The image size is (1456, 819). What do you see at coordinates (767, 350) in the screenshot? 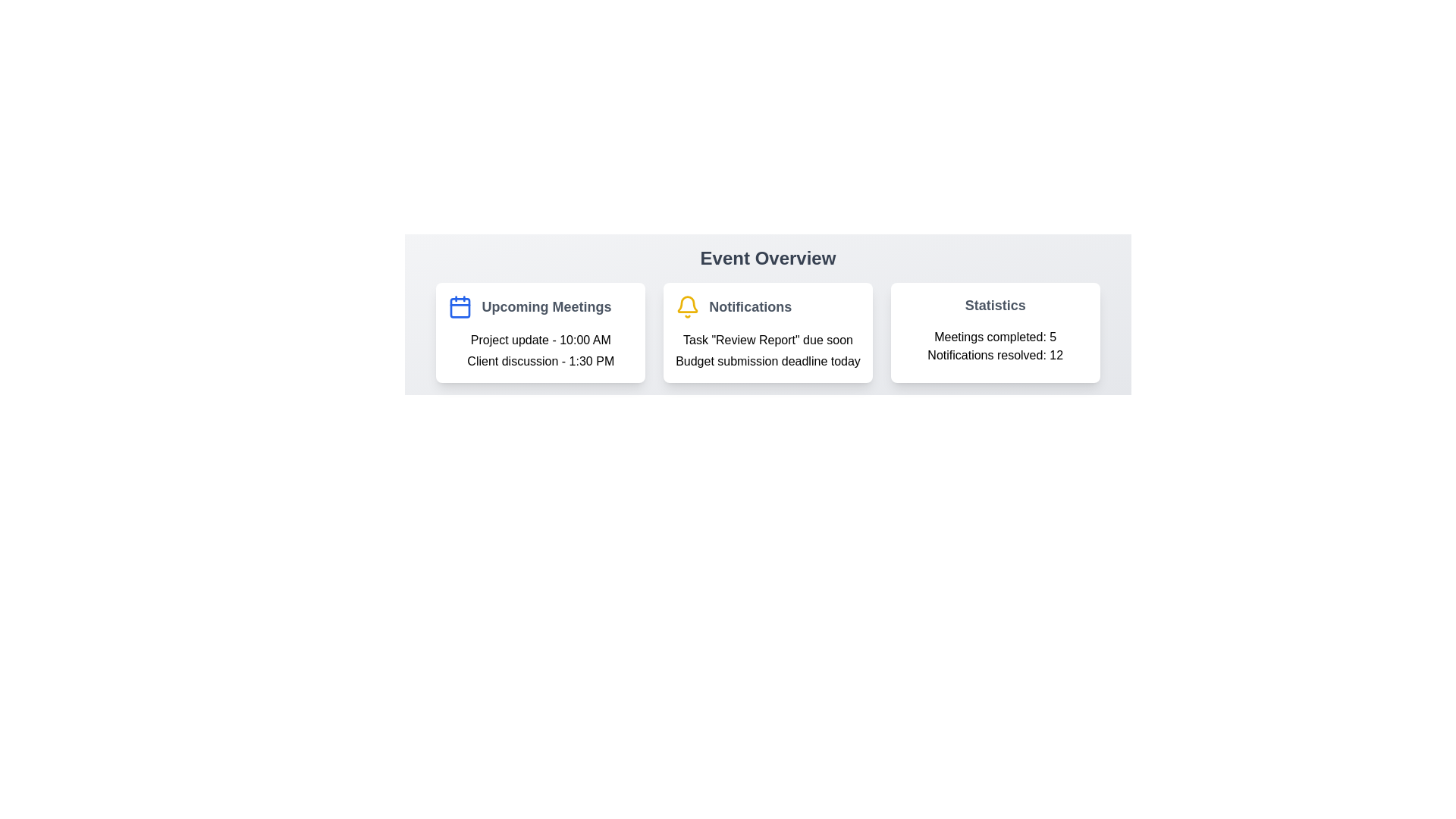
I see `information displayed in the Text block located within the 'Notifications' card, positioned below the card's title 'Notifications.'` at bounding box center [767, 350].